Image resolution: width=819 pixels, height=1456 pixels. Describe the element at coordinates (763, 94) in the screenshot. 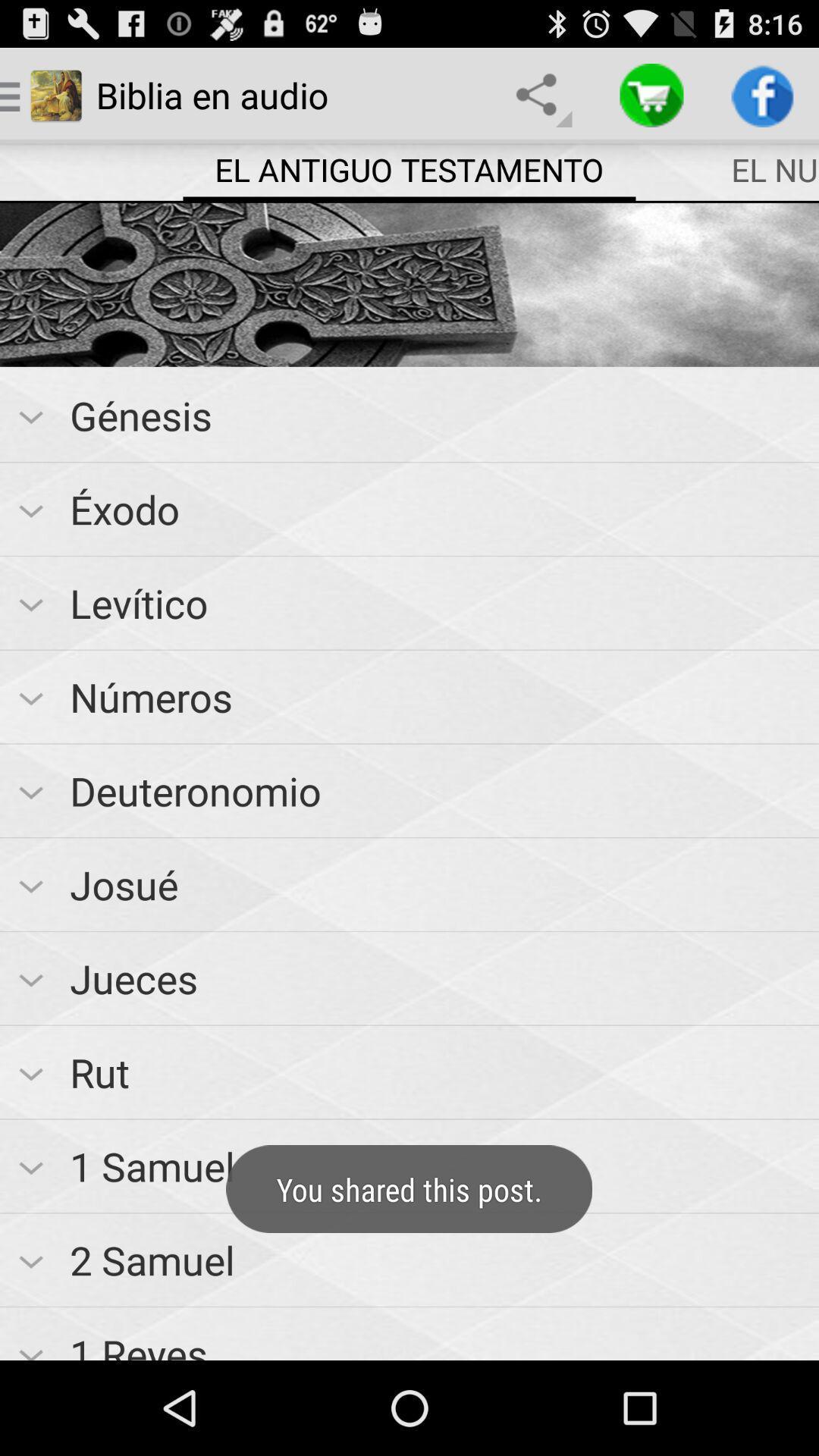

I see `app above the el nuevo testamento item` at that location.